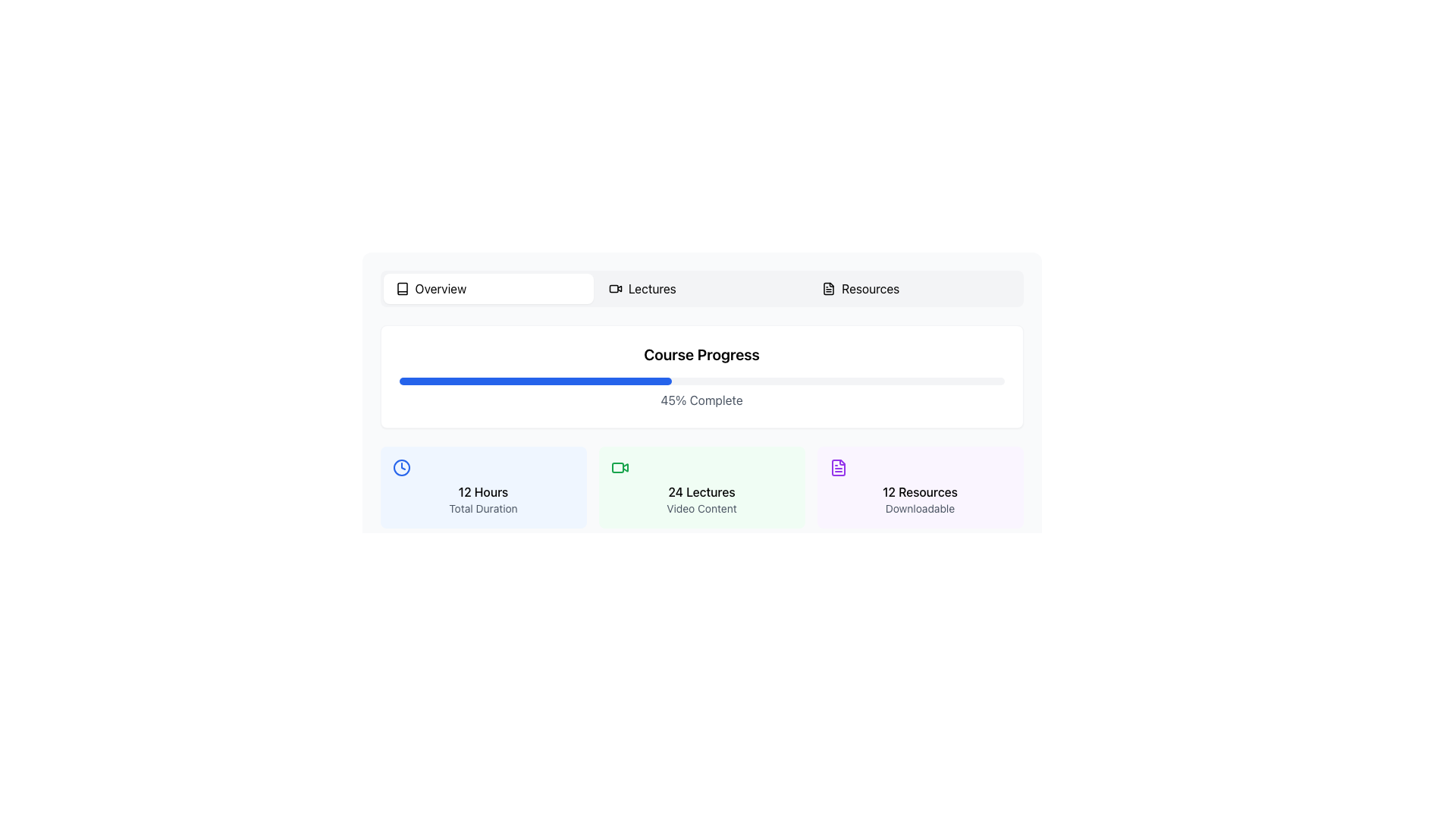  What do you see at coordinates (828, 289) in the screenshot?
I see `the black document icon in the navigation bar` at bounding box center [828, 289].